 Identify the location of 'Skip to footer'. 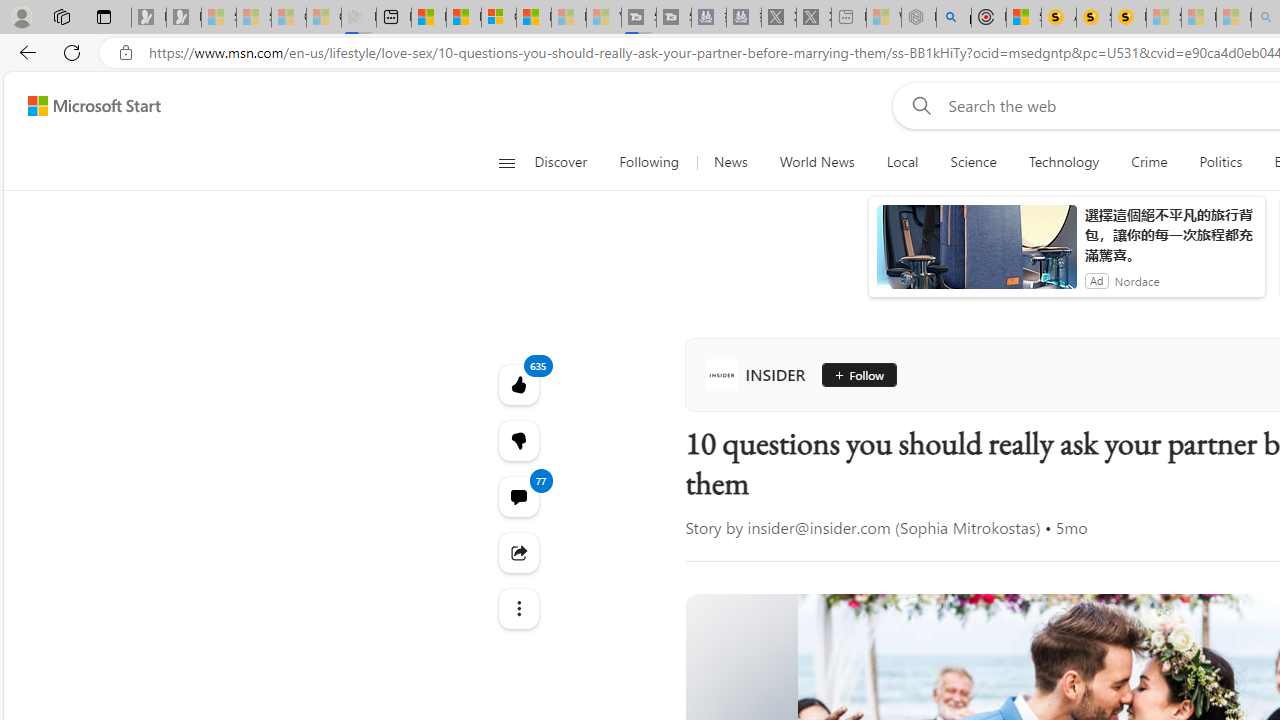
(81, 105).